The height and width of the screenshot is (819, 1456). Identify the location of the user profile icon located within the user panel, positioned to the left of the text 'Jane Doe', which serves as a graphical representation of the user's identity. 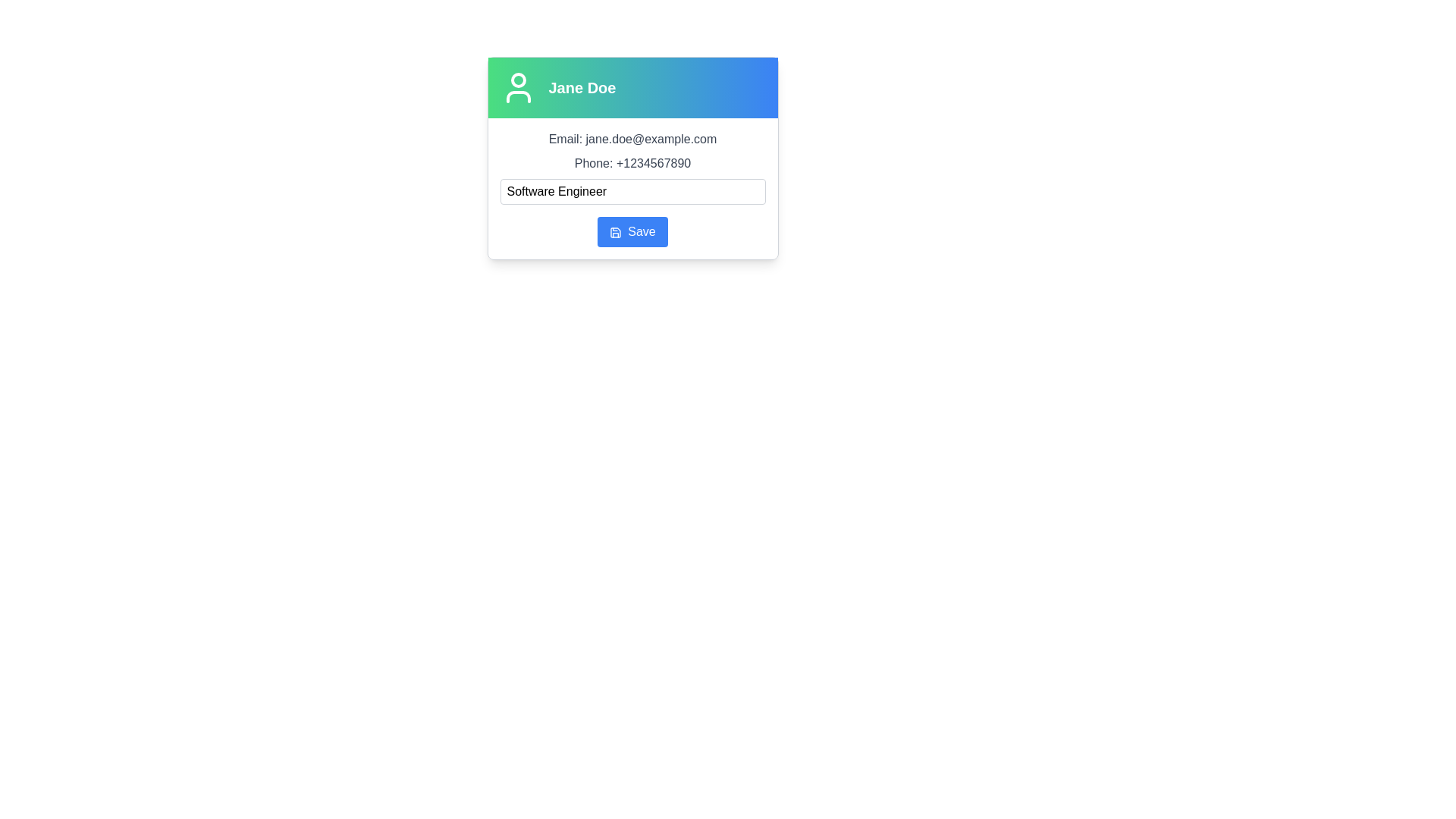
(518, 87).